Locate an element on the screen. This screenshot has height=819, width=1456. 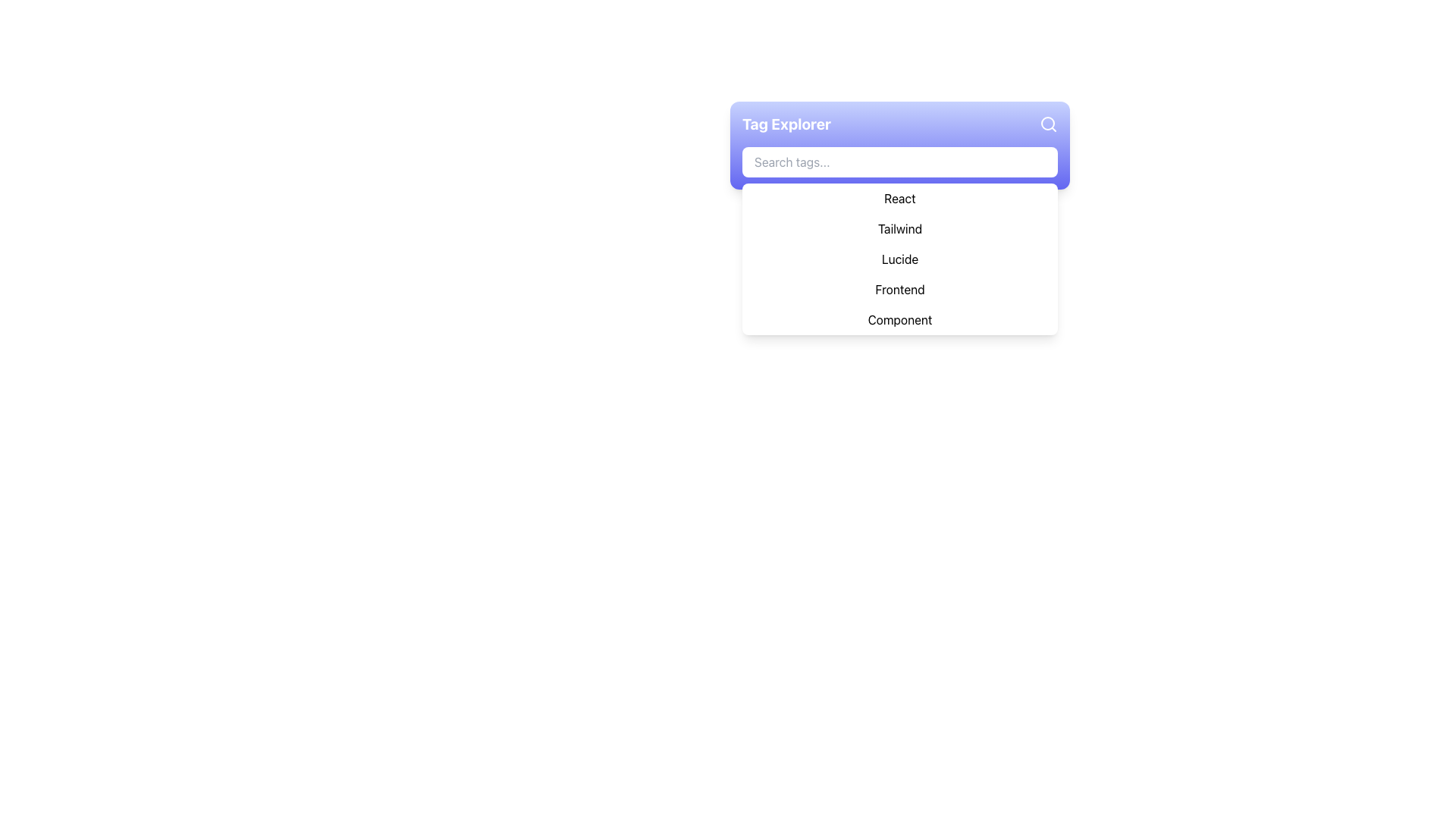
the list item displaying 'Component' in bold black text, which is the last item in the dropdown menu is located at coordinates (899, 318).